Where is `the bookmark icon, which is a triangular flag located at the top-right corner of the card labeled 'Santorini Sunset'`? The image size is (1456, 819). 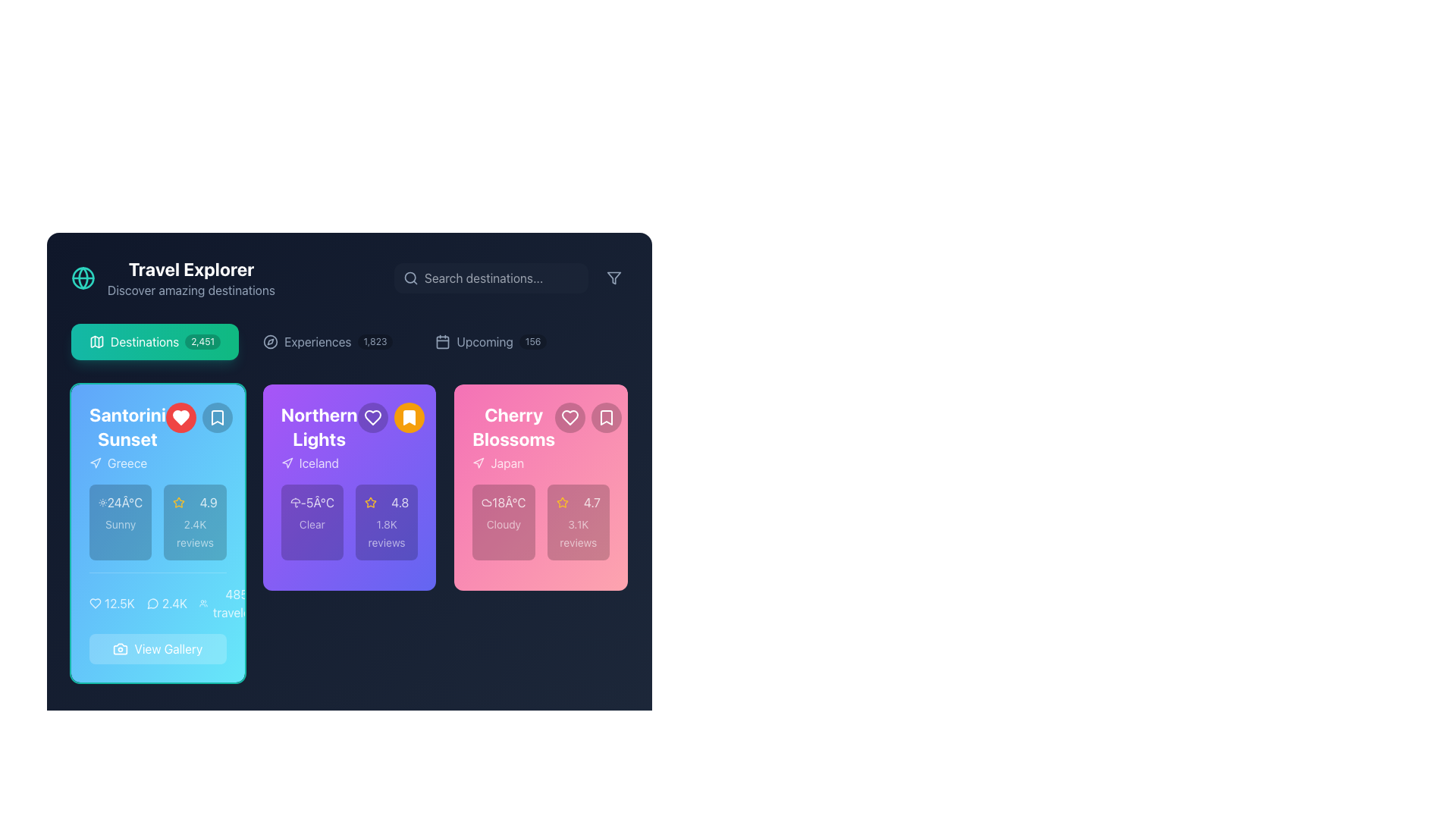 the bookmark icon, which is a triangular flag located at the top-right corner of the card labeled 'Santorini Sunset' is located at coordinates (216, 418).